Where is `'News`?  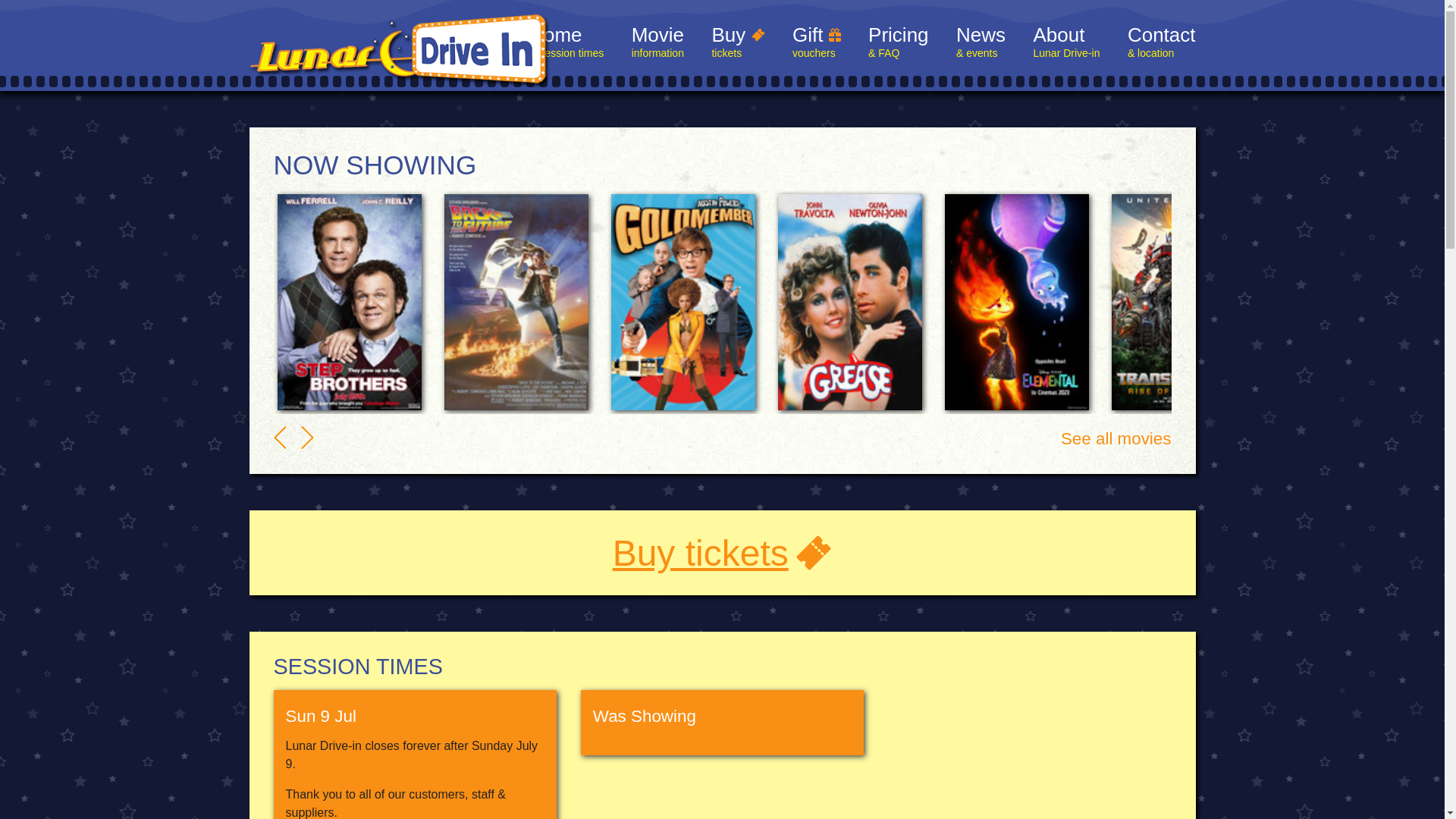
'News is located at coordinates (955, 42).